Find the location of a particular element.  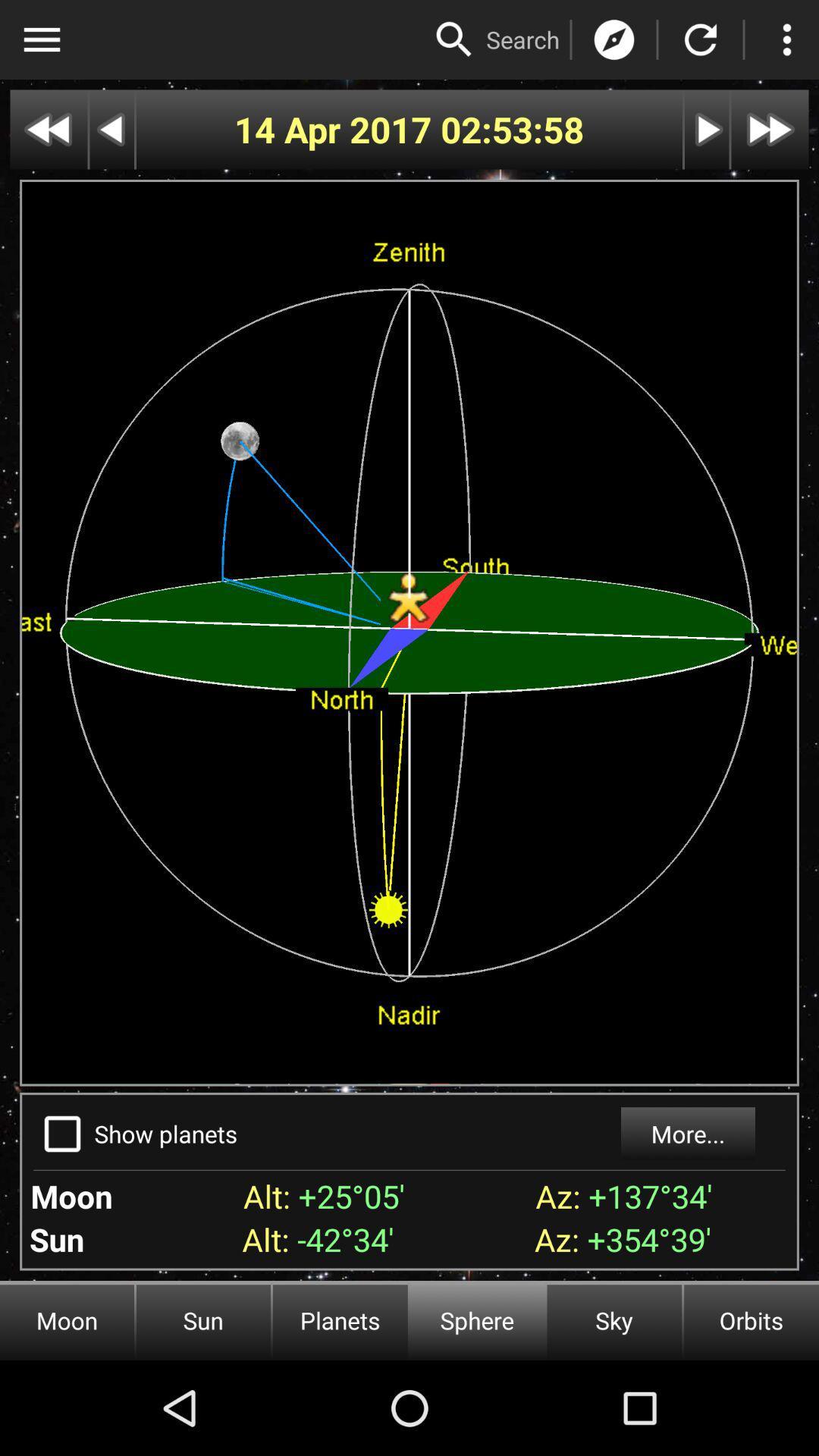

fast forward is located at coordinates (770, 130).